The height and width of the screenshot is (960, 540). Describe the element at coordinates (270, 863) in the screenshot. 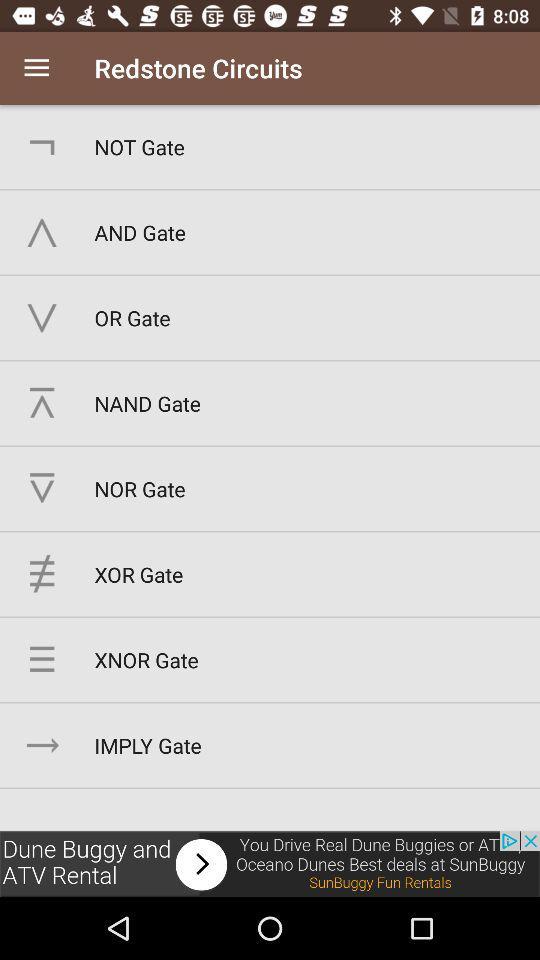

I see `advertisements image` at that location.